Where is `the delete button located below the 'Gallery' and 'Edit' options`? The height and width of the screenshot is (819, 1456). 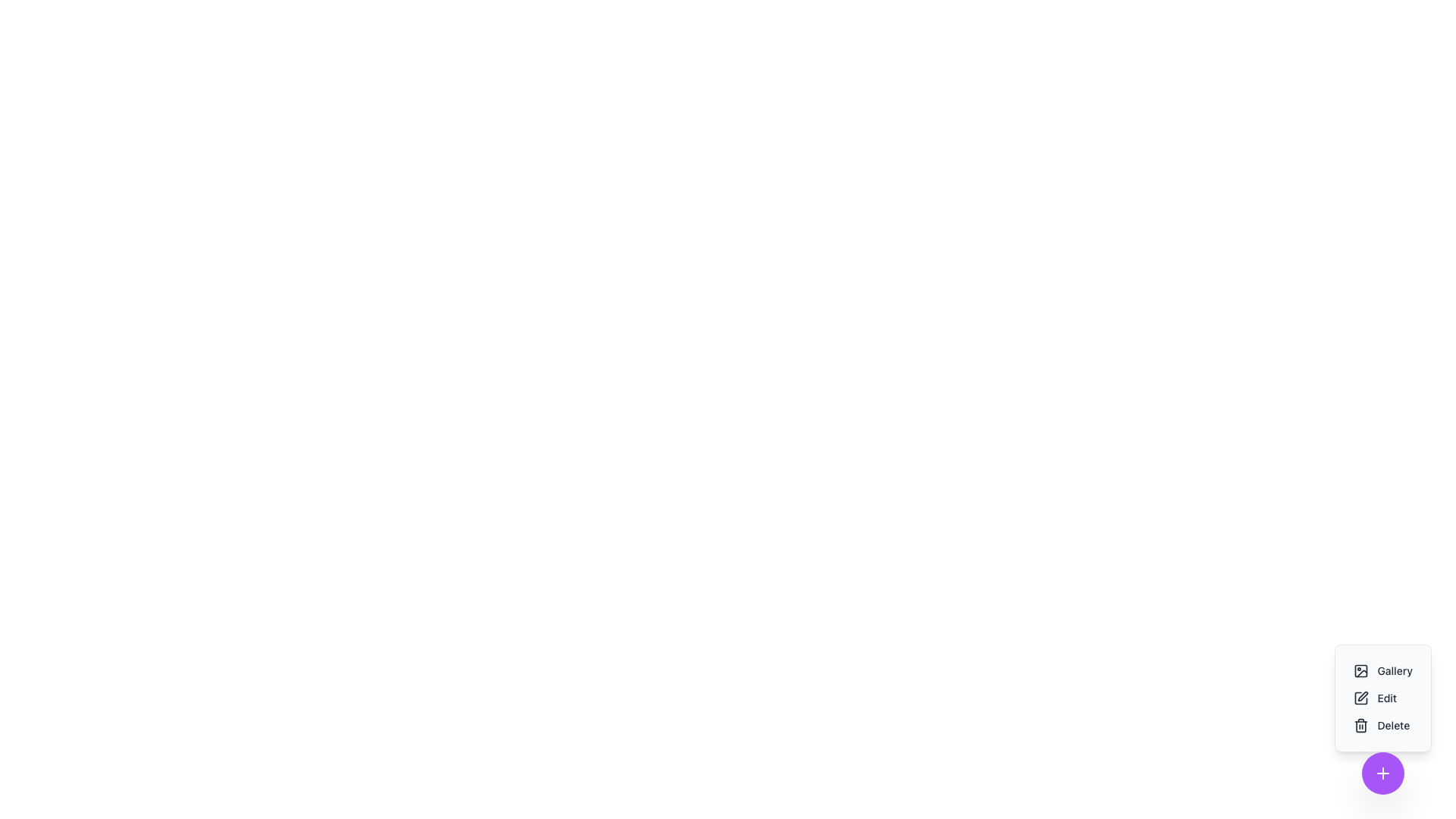 the delete button located below the 'Gallery' and 'Edit' options is located at coordinates (1381, 724).